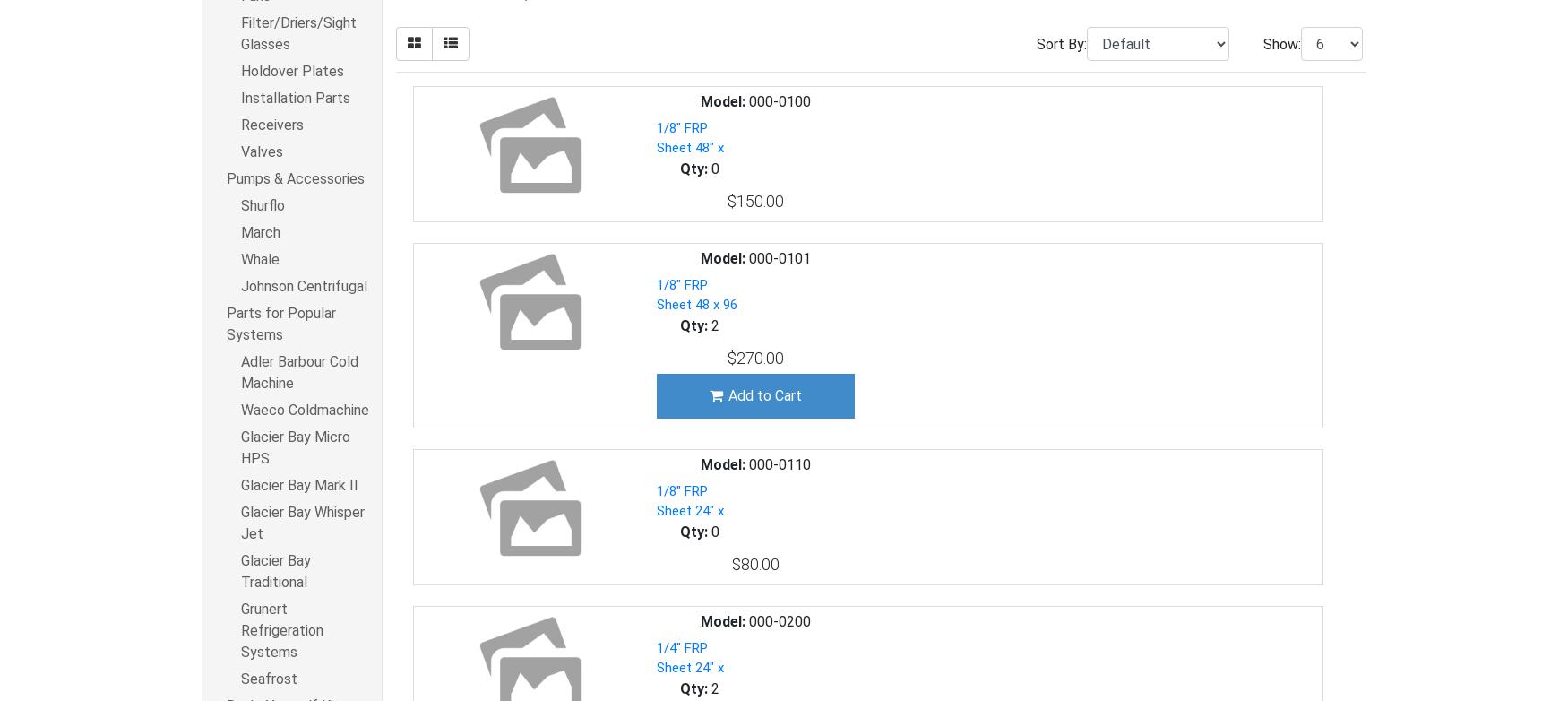 The image size is (1568, 701). Describe the element at coordinates (282, 629) in the screenshot. I see `'Grunert Refrigeration Systems'` at that location.